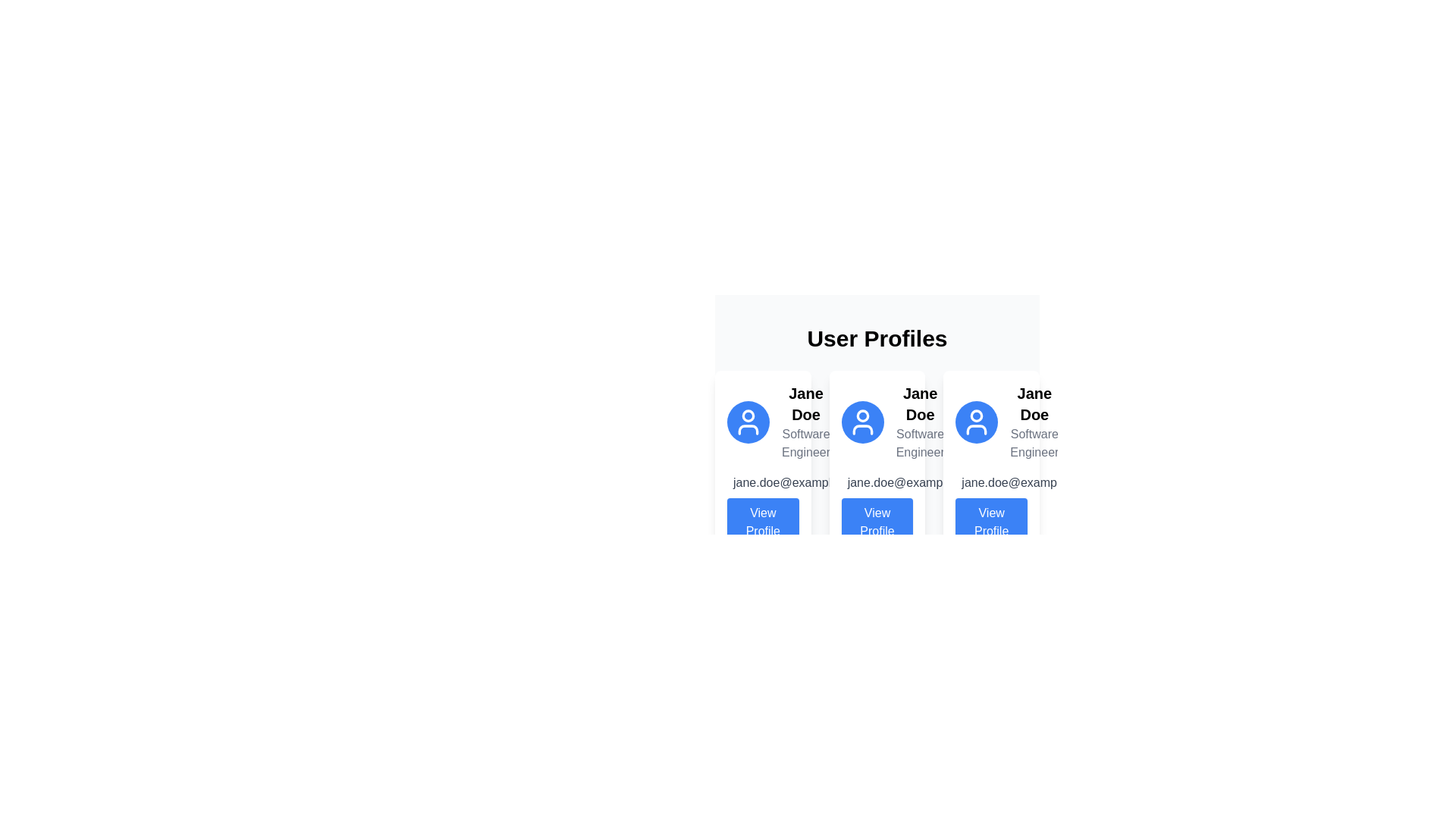 The width and height of the screenshot is (1456, 819). What do you see at coordinates (1034, 422) in the screenshot?
I see `the text block displaying the name and job title of an individual, located at the far right of the user profiles section` at bounding box center [1034, 422].